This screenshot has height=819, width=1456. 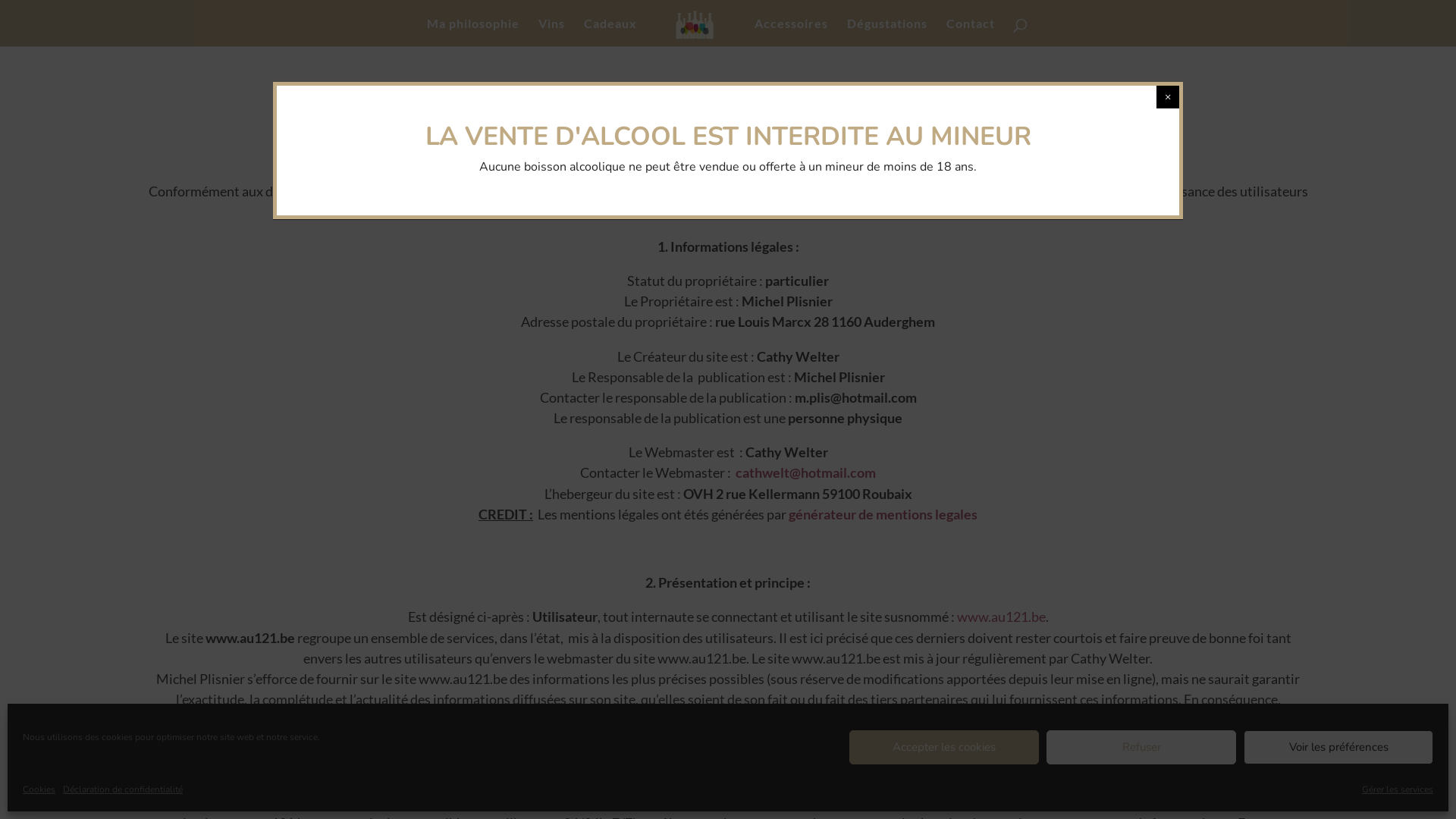 What do you see at coordinates (39, 789) in the screenshot?
I see `'Cookies'` at bounding box center [39, 789].